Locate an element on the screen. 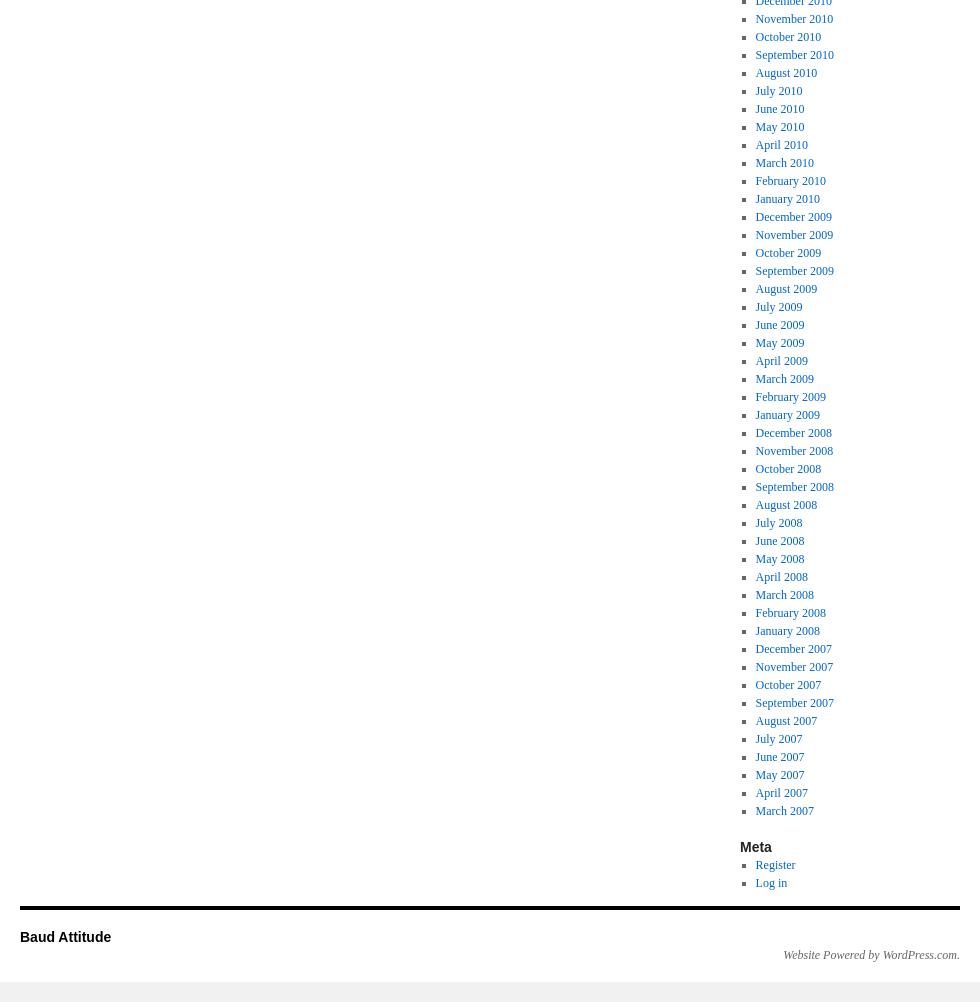 This screenshot has height=1002, width=980. 'May 2008' is located at coordinates (779, 559).